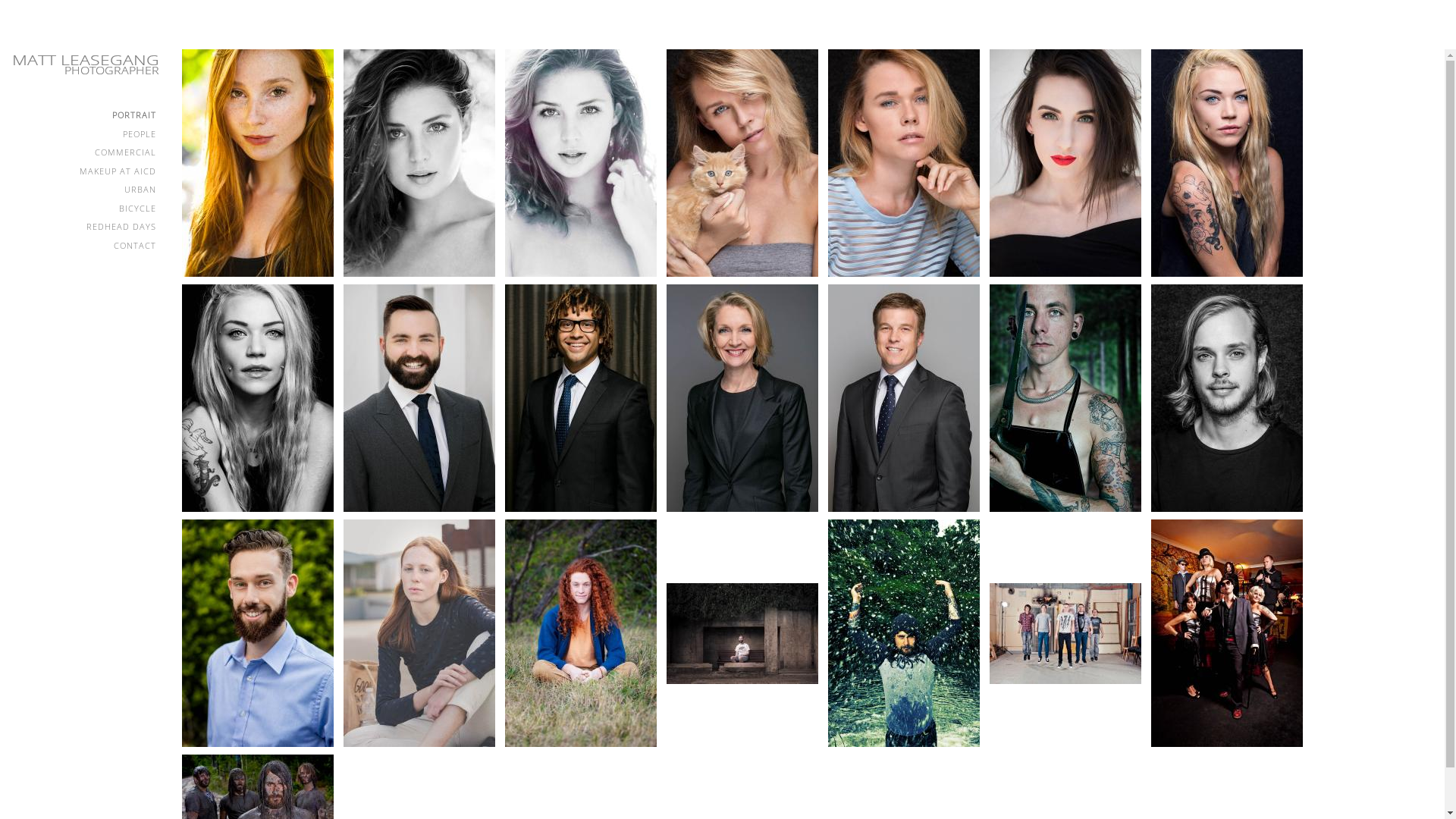 The height and width of the screenshot is (819, 1456). Describe the element at coordinates (11, 115) in the screenshot. I see `'PORTRAIT'` at that location.